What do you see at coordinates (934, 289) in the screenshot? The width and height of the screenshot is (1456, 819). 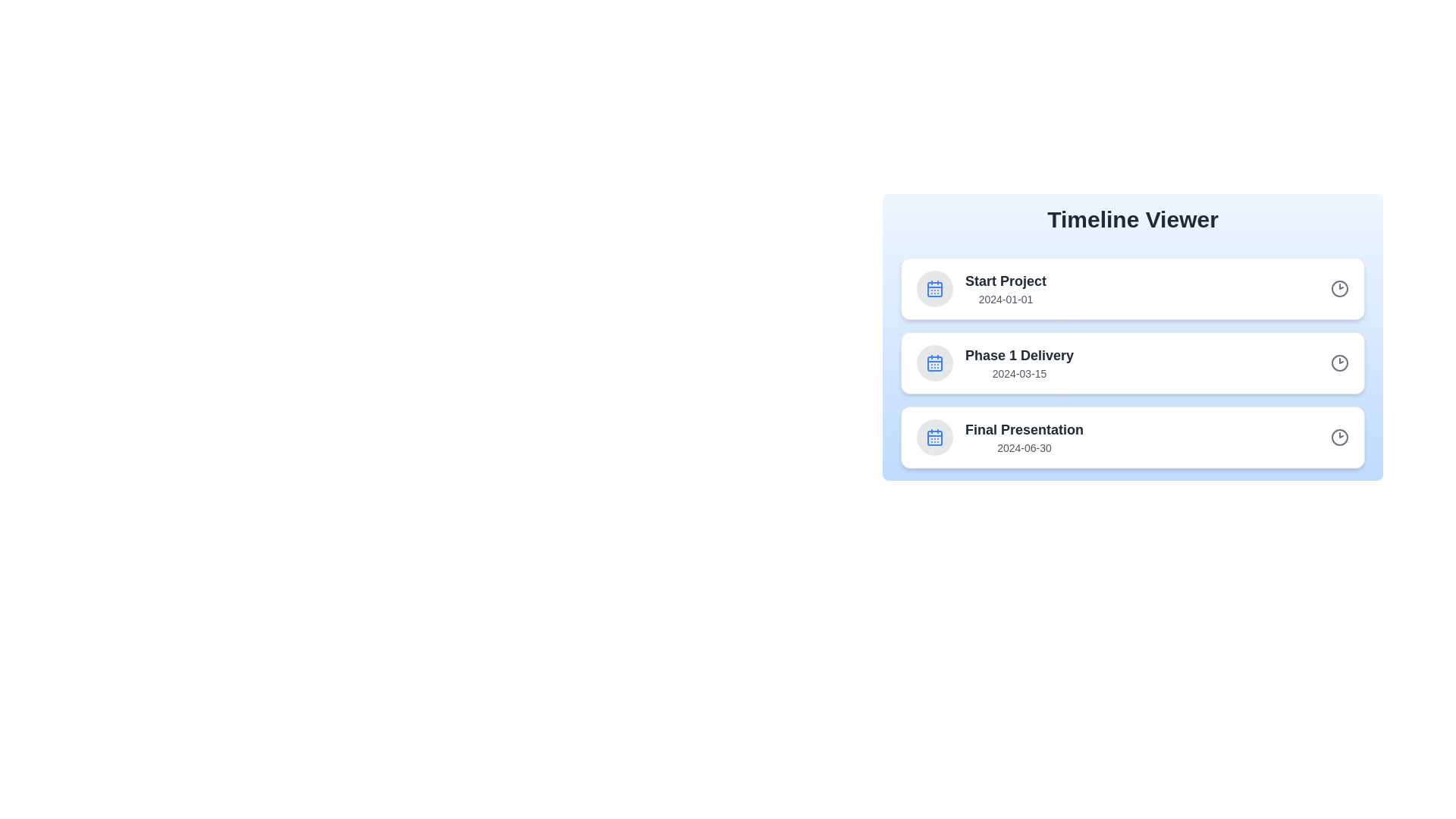 I see `the leftmost icon in the first list item of the vertical timeline layout, which represents the 'Start Project' entry near the text 'Start Project' and the date '2024-01-01'` at bounding box center [934, 289].